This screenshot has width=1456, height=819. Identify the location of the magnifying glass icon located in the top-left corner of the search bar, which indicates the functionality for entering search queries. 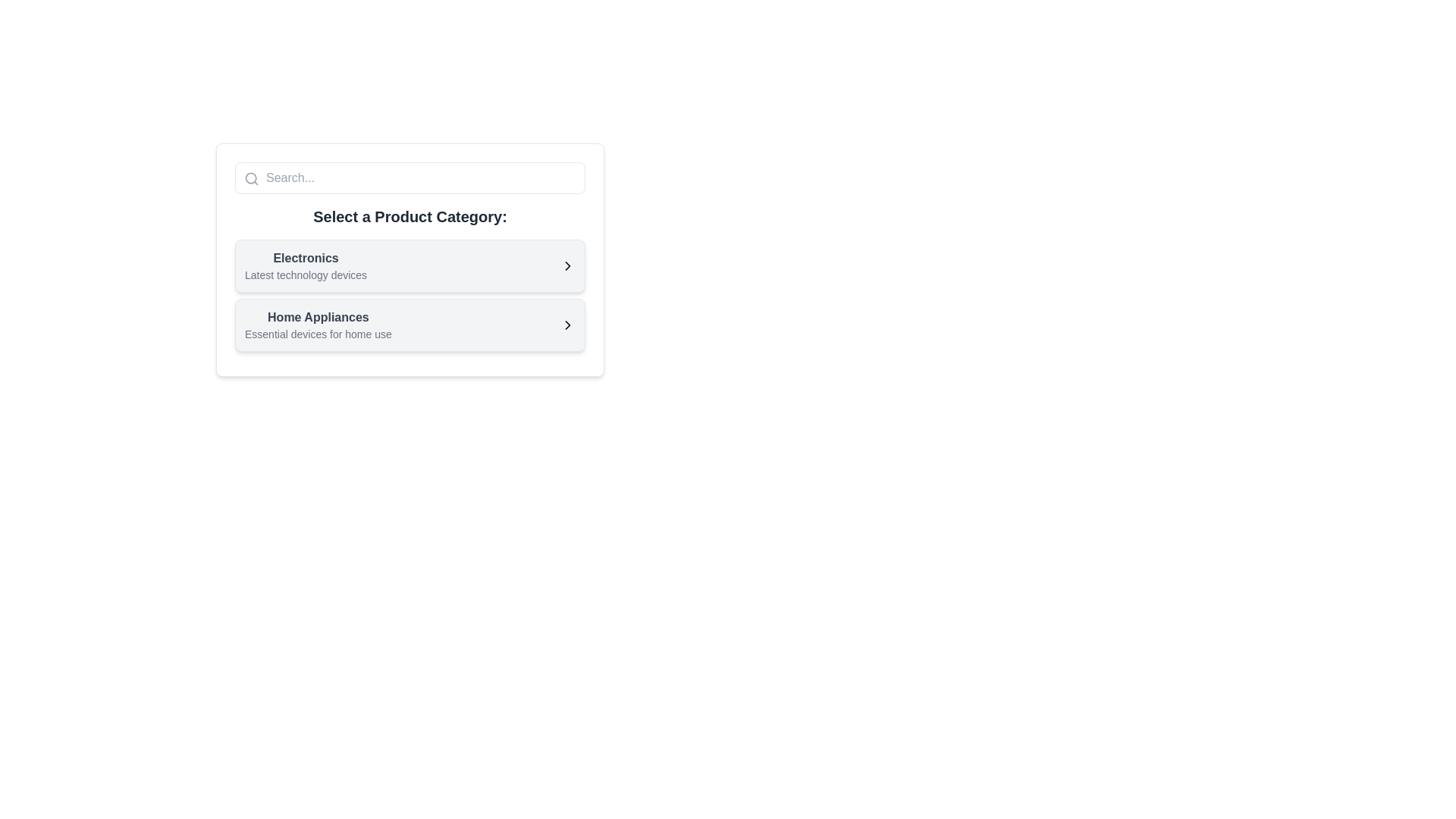
(251, 177).